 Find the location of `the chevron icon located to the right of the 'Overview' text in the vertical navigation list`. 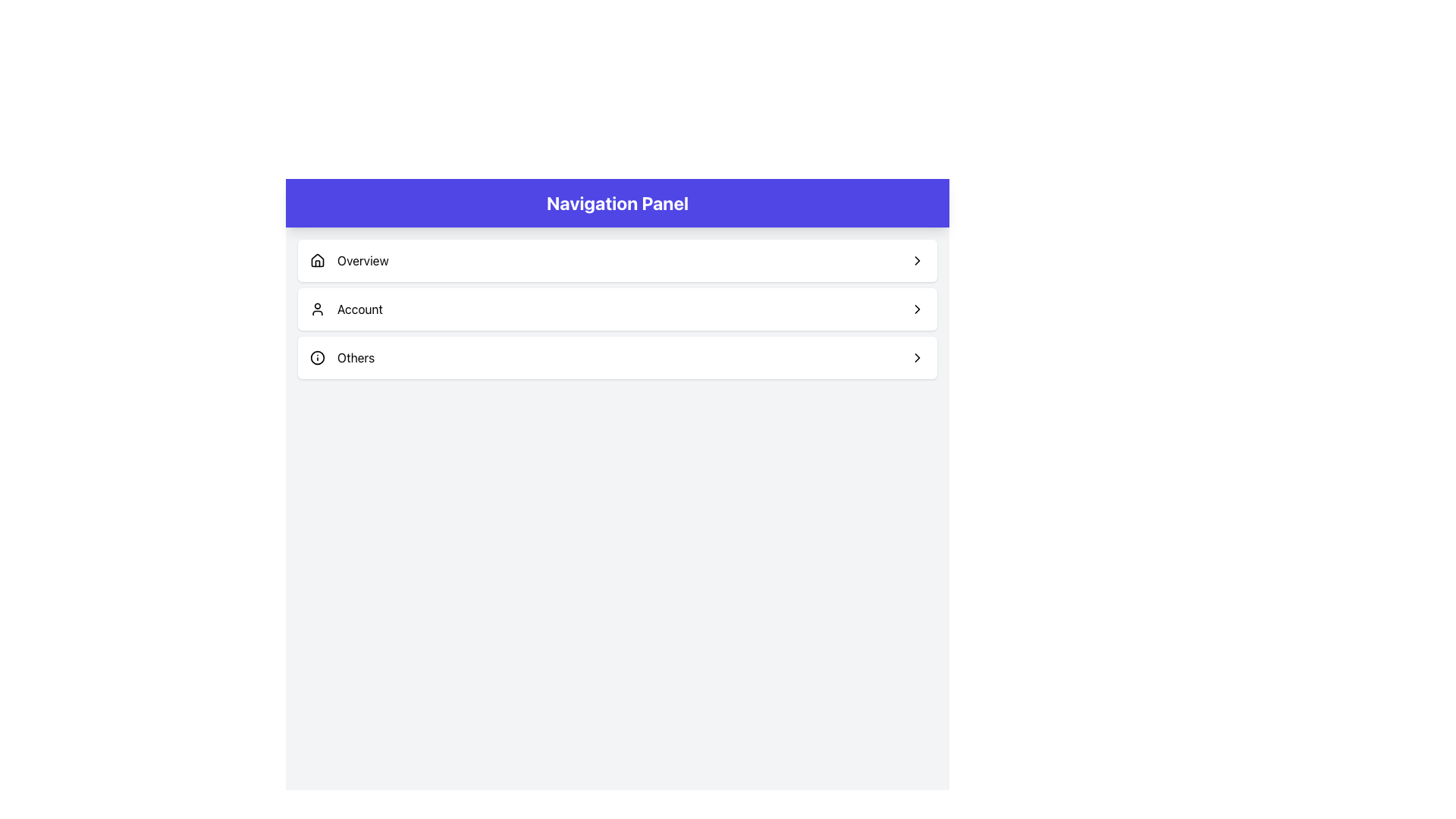

the chevron icon located to the right of the 'Overview' text in the vertical navigation list is located at coordinates (916, 259).